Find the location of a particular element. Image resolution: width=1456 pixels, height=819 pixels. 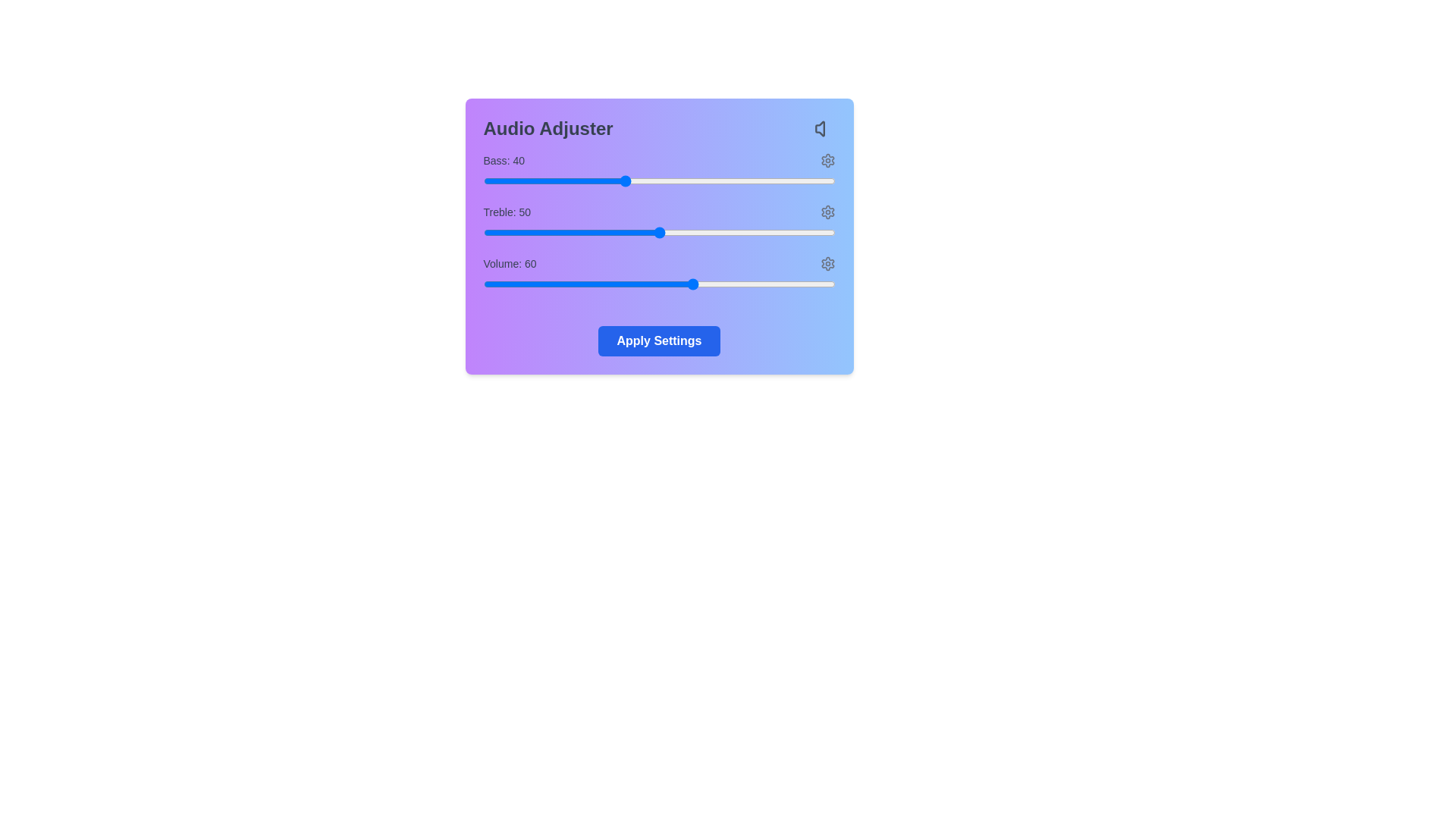

the volume level text label that displays '60', located in the bottom third of the gradient panel, to the left of the volume adjustment slider is located at coordinates (510, 262).